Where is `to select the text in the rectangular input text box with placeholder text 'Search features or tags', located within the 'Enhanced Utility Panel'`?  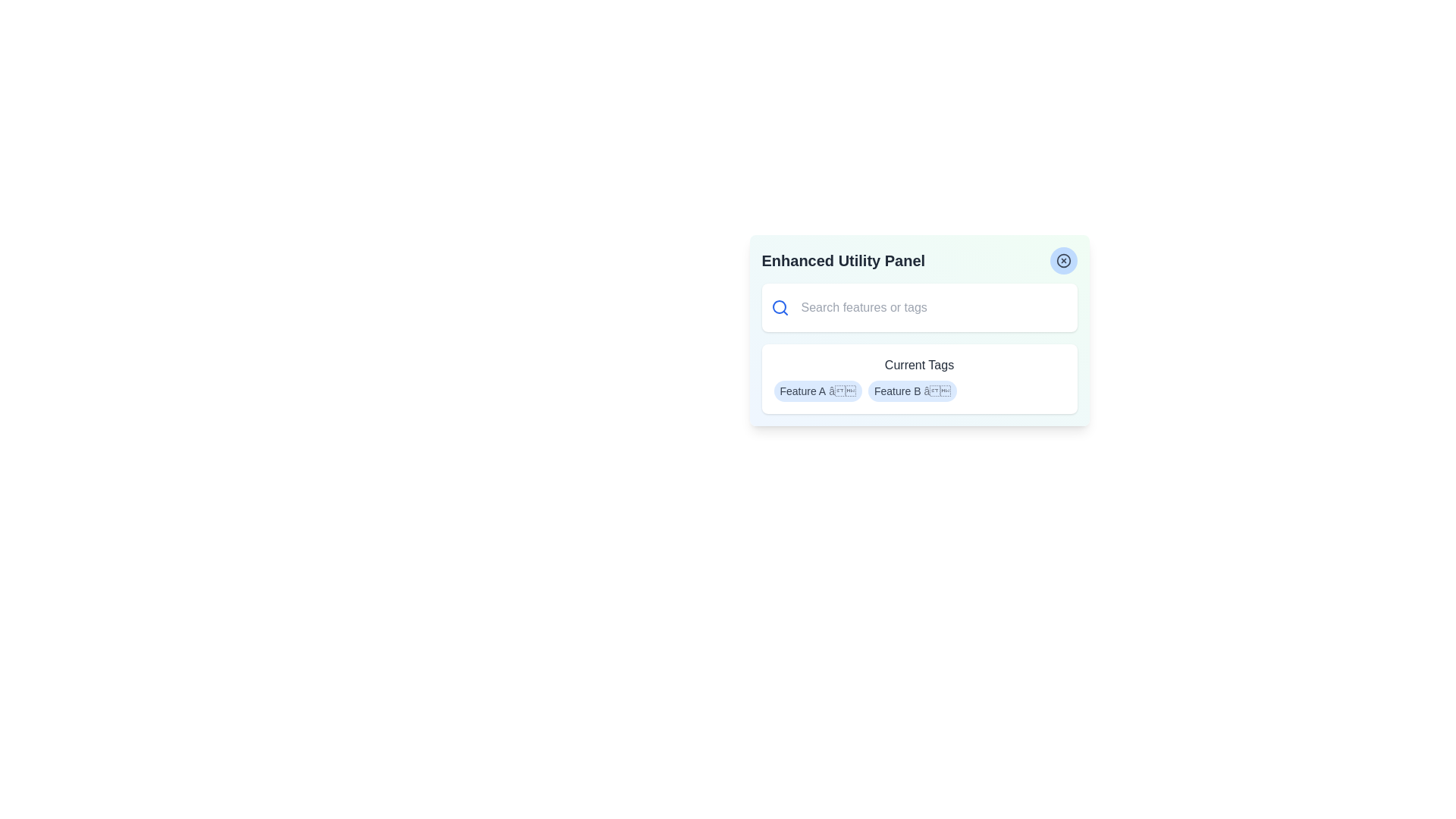
to select the text in the rectangular input text box with placeholder text 'Search features or tags', located within the 'Enhanced Utility Panel' is located at coordinates (930, 307).